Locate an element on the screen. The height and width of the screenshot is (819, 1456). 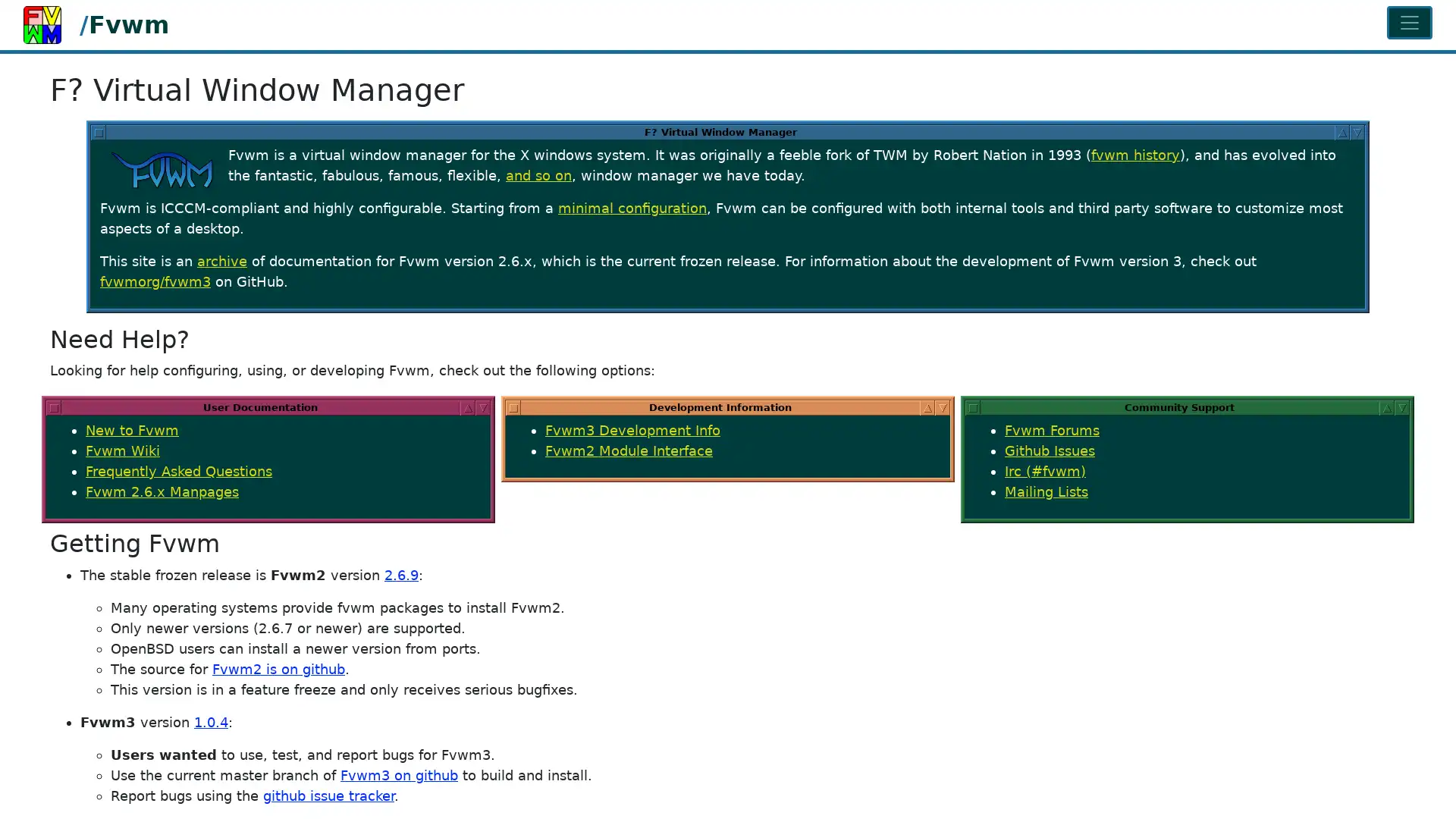
Toggle navigation is located at coordinates (1408, 23).